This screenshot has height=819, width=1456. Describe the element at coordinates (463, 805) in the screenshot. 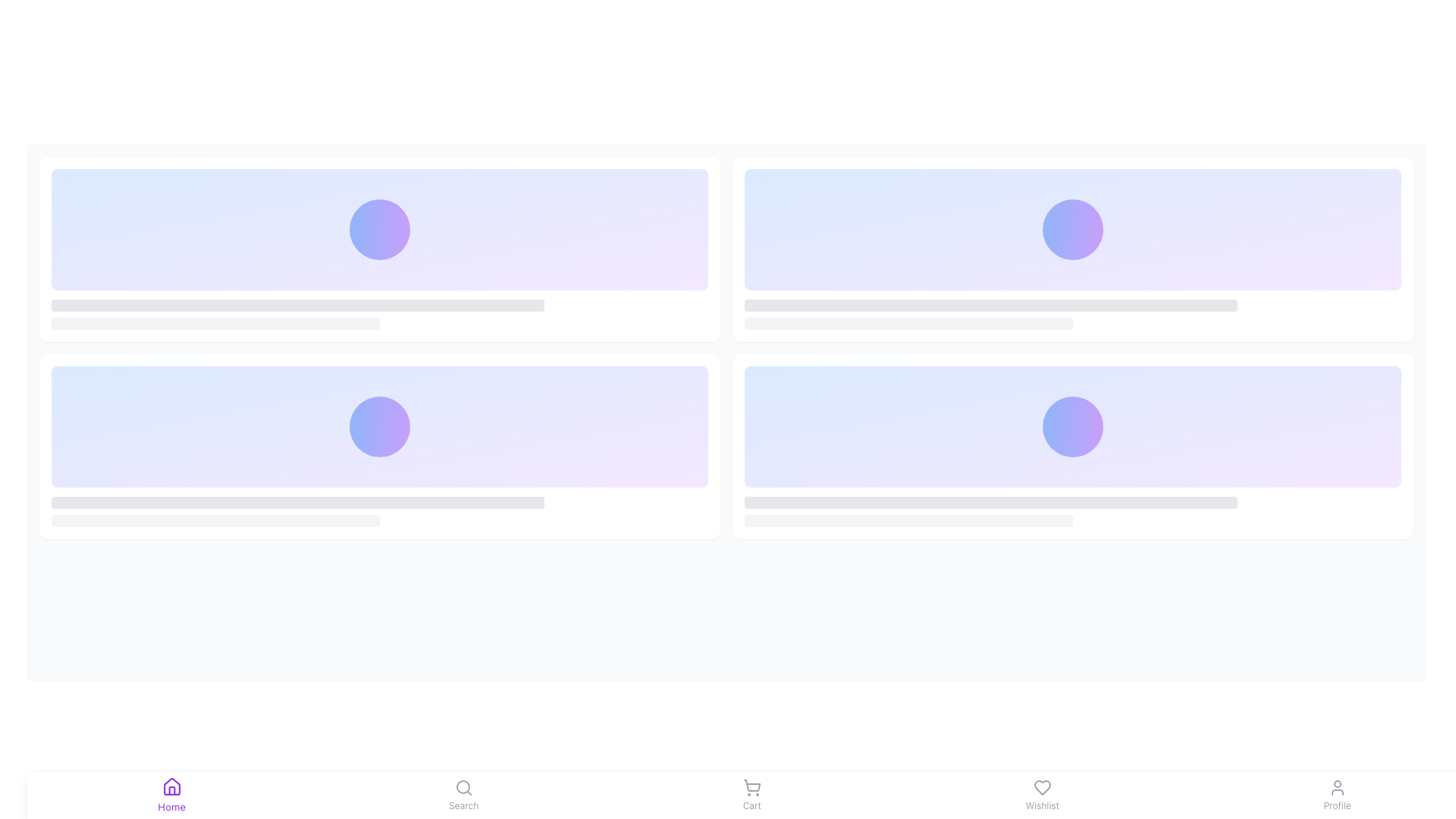

I see `the 'Search' label in the bottom navigation bar, which is positioned directly below the magnifying glass icon` at that location.